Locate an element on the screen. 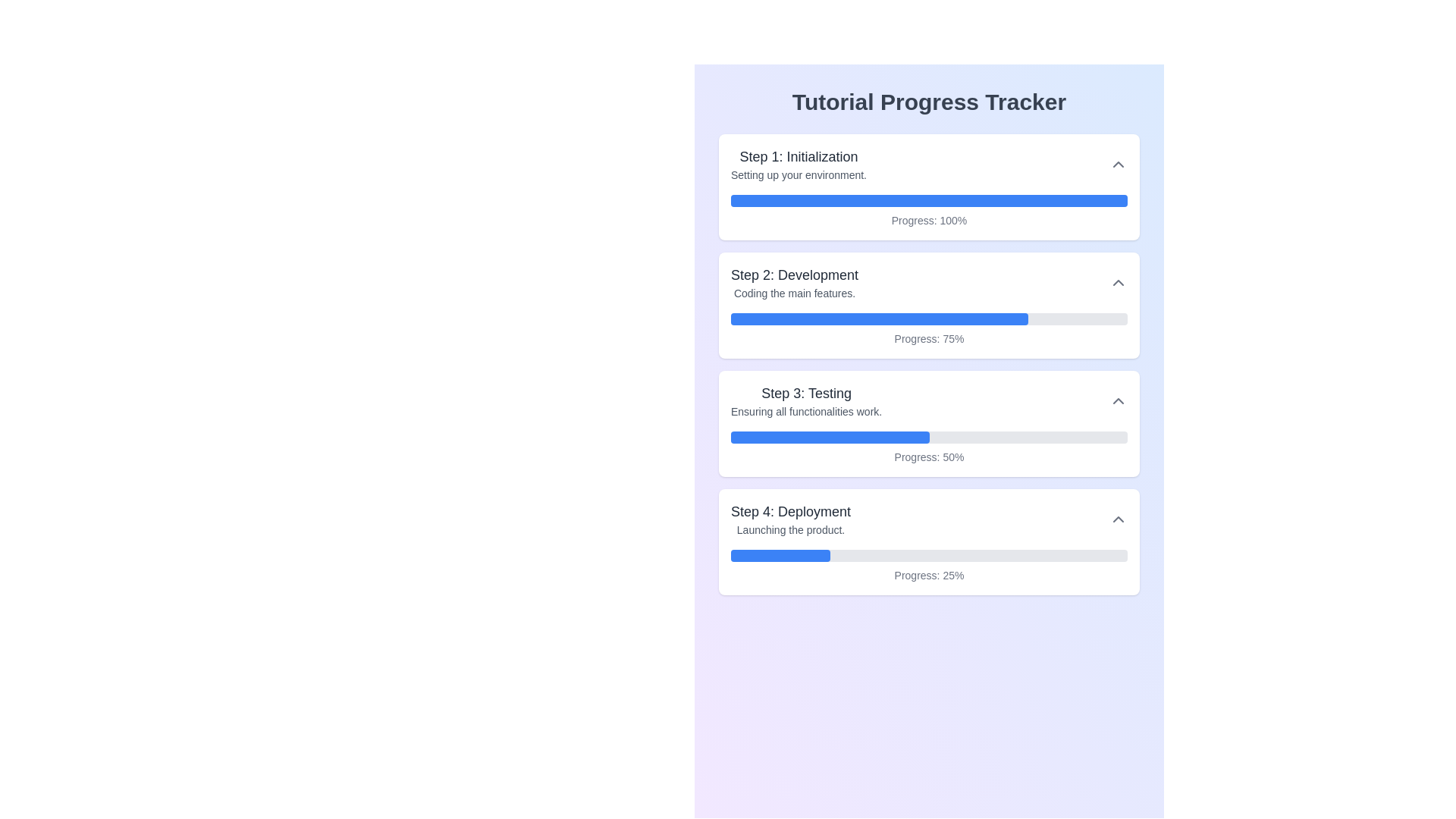 The height and width of the screenshot is (819, 1456). text content of the Text display that shows 'Step 2: Development' and 'Coding the main features.' is located at coordinates (794, 283).